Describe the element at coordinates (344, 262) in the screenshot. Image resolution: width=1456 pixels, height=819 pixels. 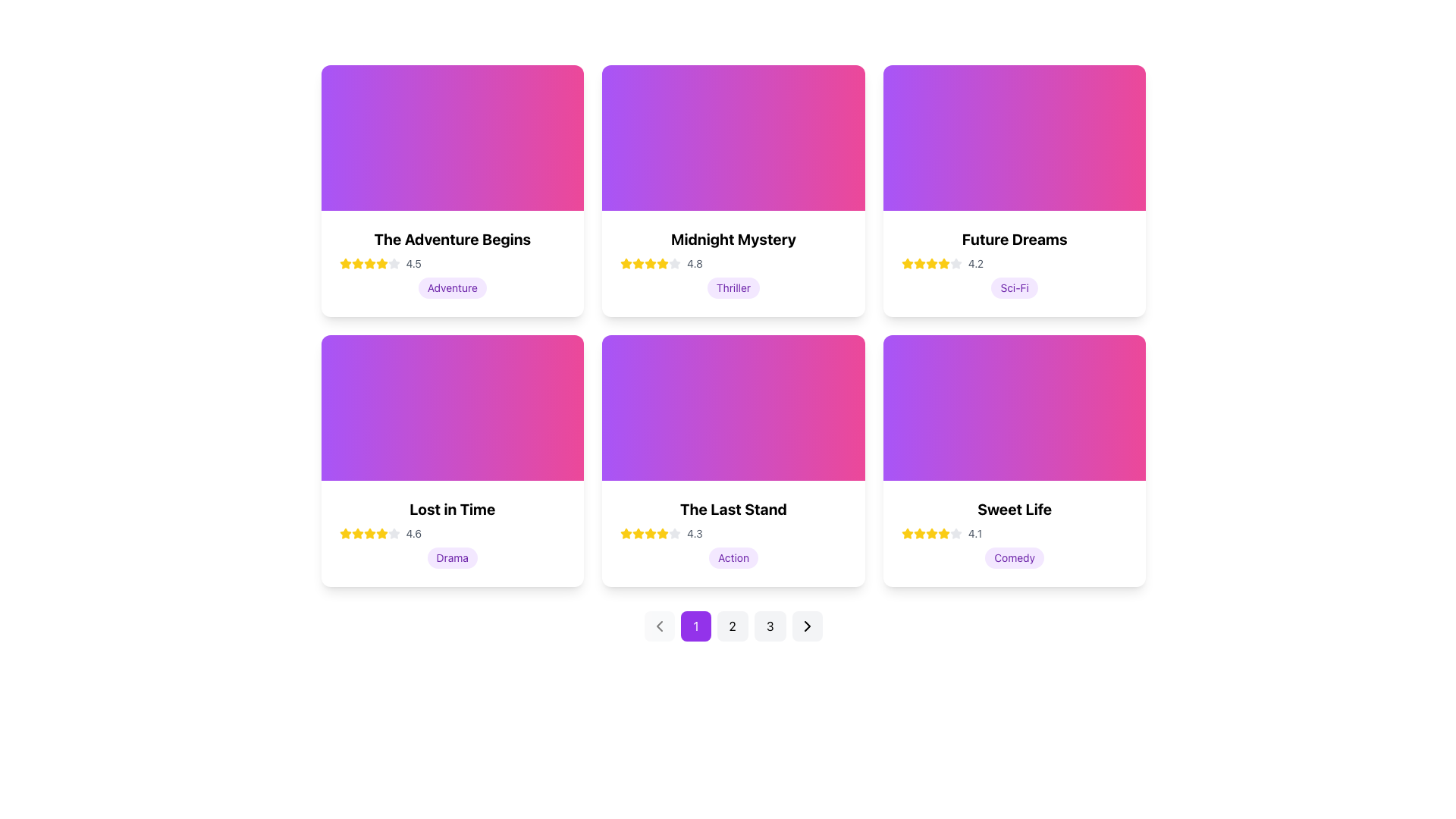
I see `the appearance of the first star icon in the rating display under the card titled 'The Adventure Begins'` at that location.